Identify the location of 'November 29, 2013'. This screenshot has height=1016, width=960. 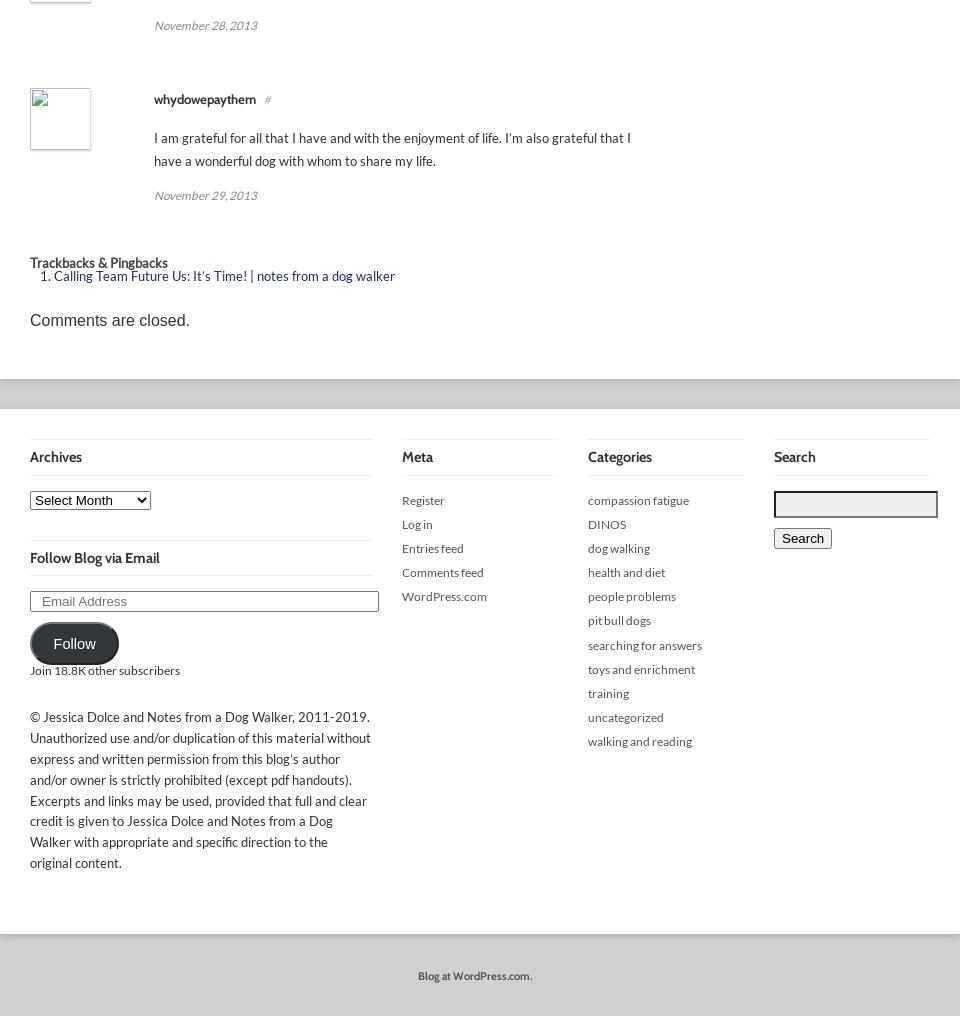
(205, 193).